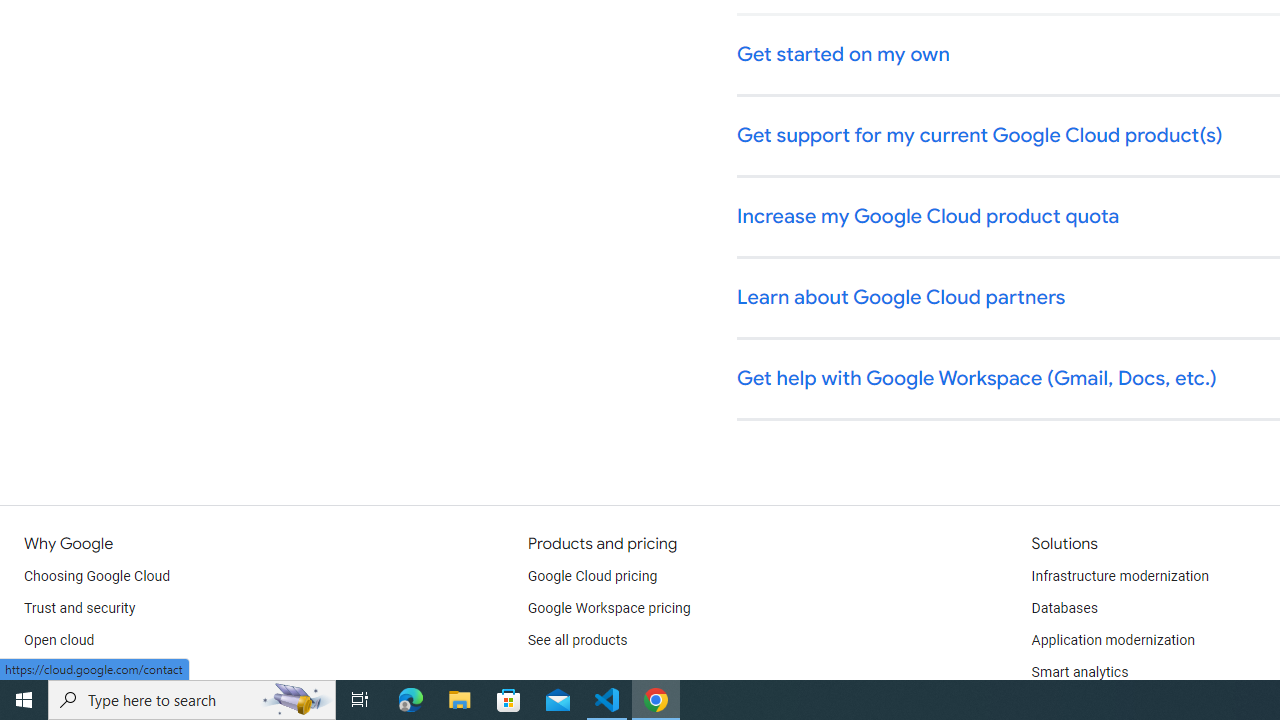 The height and width of the screenshot is (720, 1280). Describe the element at coordinates (608, 608) in the screenshot. I see `'Google Workspace pricing'` at that location.